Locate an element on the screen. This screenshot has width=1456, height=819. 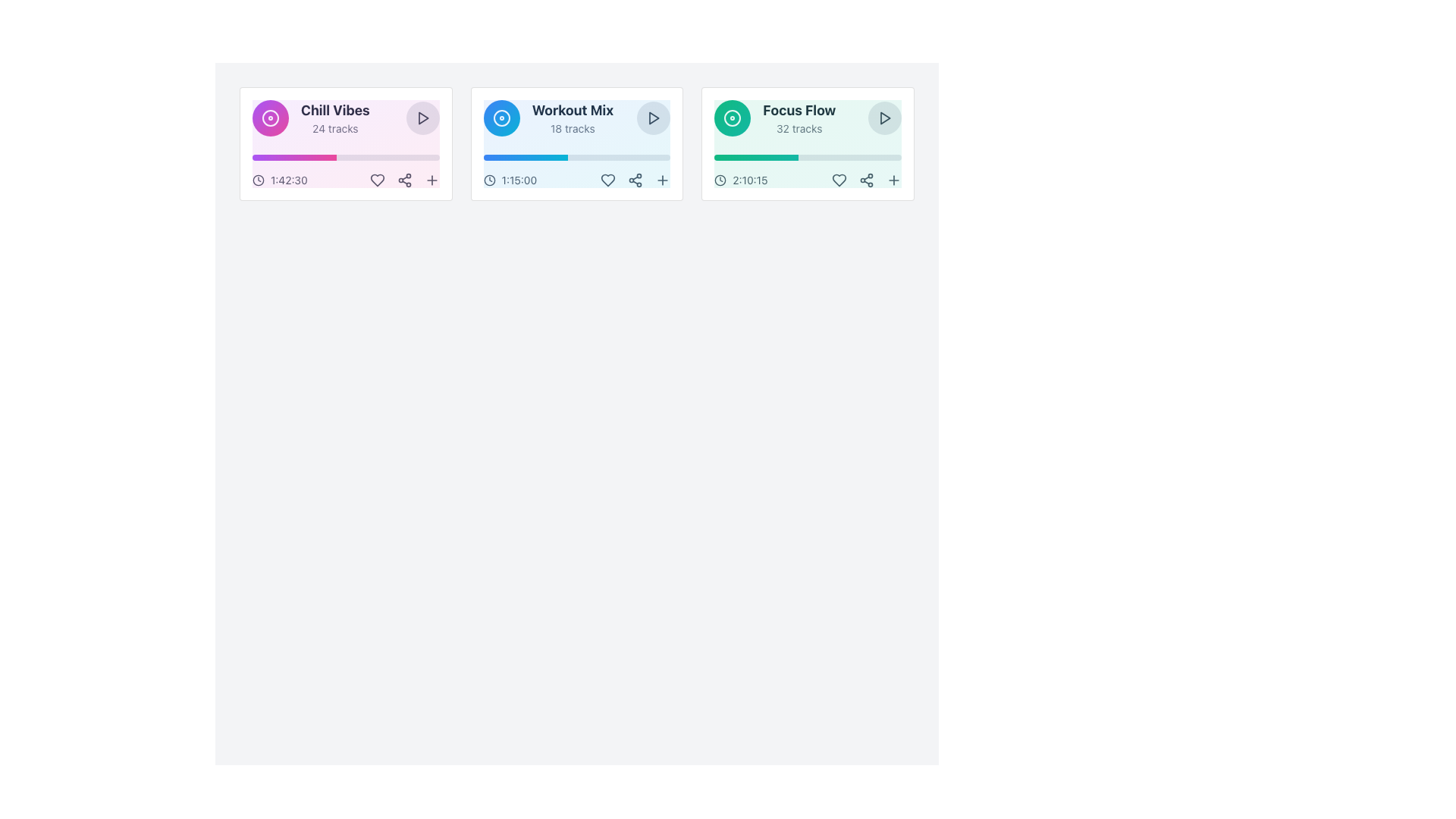
text from the top-right card in the grid layout, which displays 'Focus Flow 32 tracks' in bold, dark gray text on a light-colored background is located at coordinates (799, 117).